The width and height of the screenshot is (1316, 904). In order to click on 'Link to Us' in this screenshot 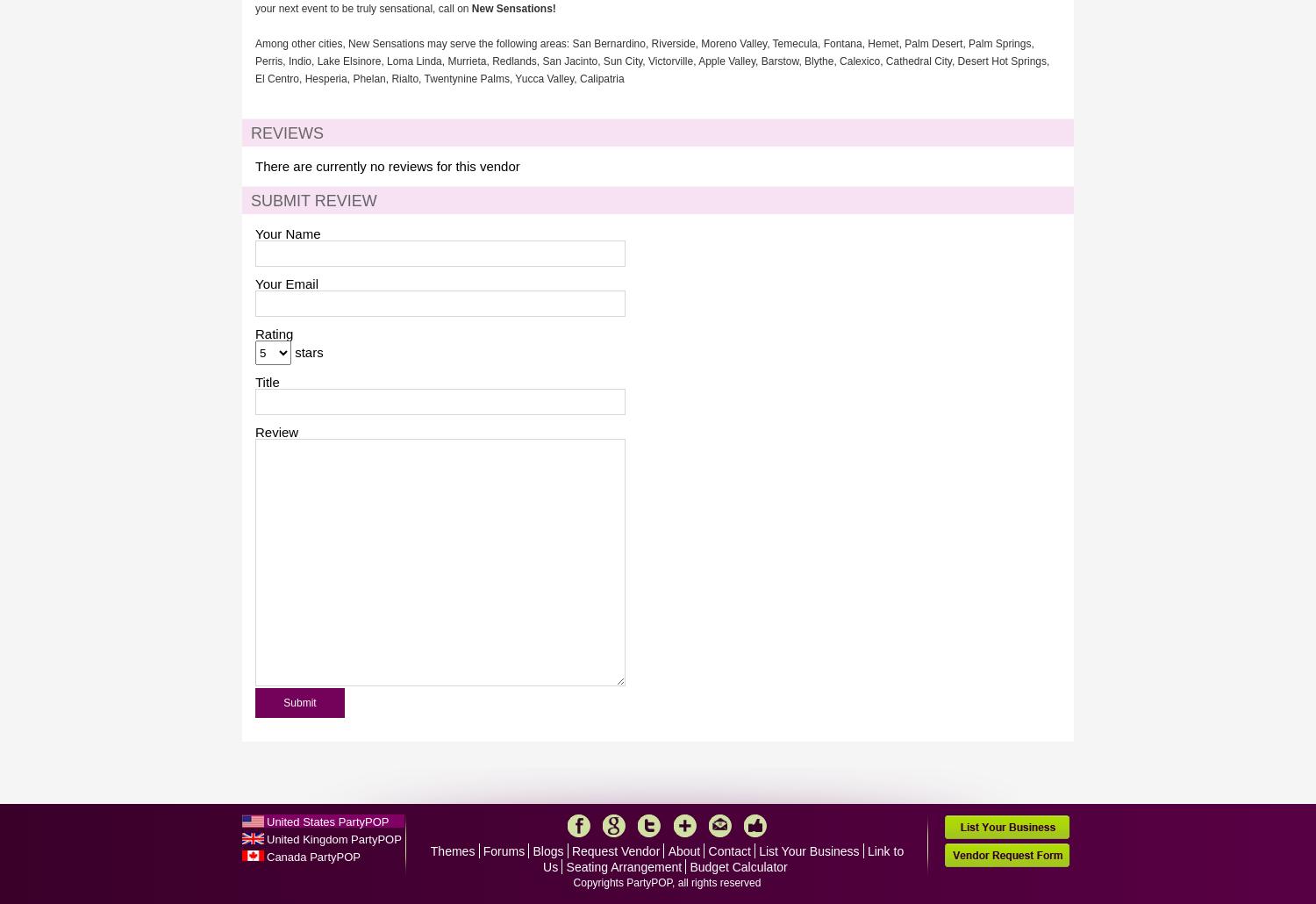, I will do `click(722, 858)`.